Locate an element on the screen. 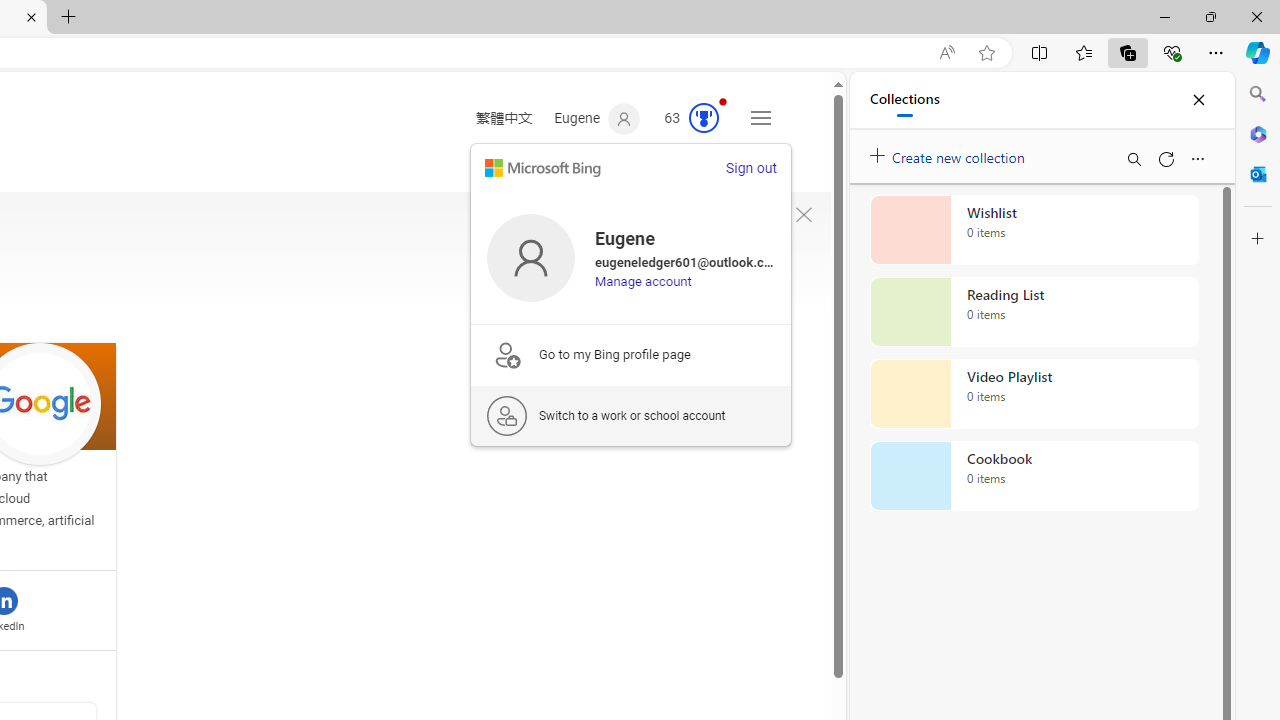  'Eugene' is located at coordinates (596, 119).